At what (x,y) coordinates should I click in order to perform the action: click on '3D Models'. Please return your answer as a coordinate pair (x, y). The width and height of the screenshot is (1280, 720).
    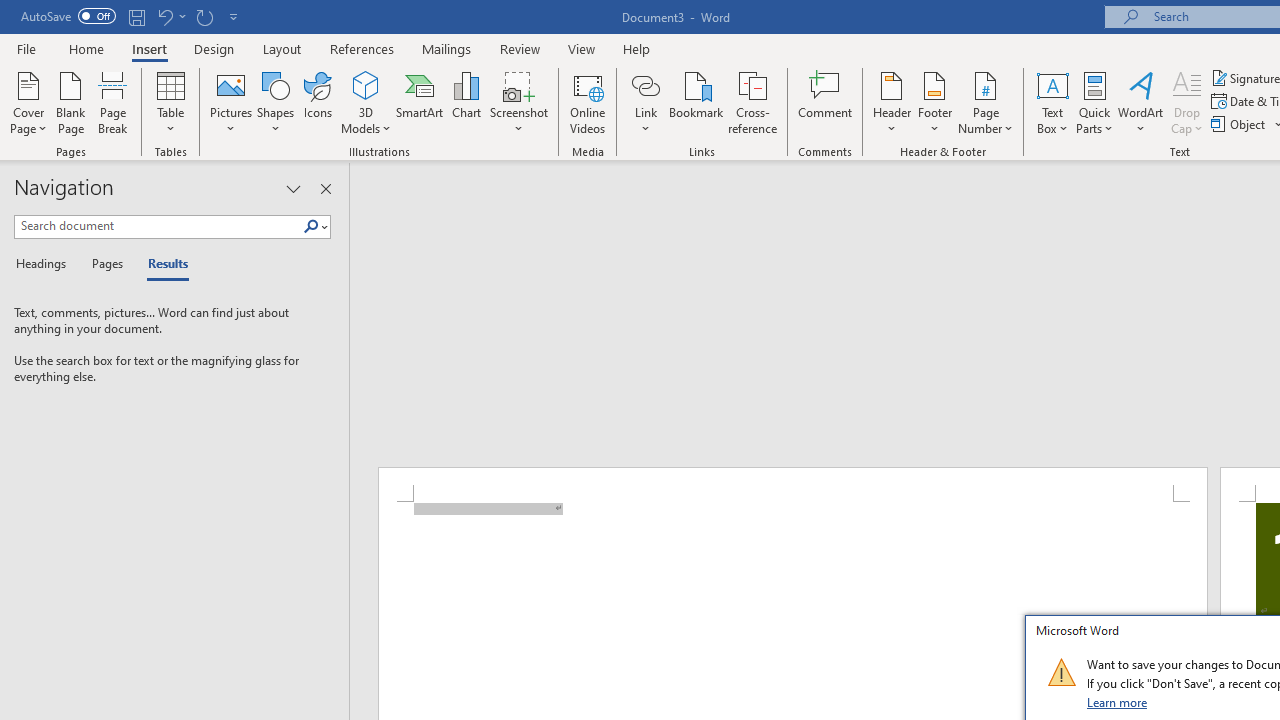
    Looking at the image, I should click on (366, 103).